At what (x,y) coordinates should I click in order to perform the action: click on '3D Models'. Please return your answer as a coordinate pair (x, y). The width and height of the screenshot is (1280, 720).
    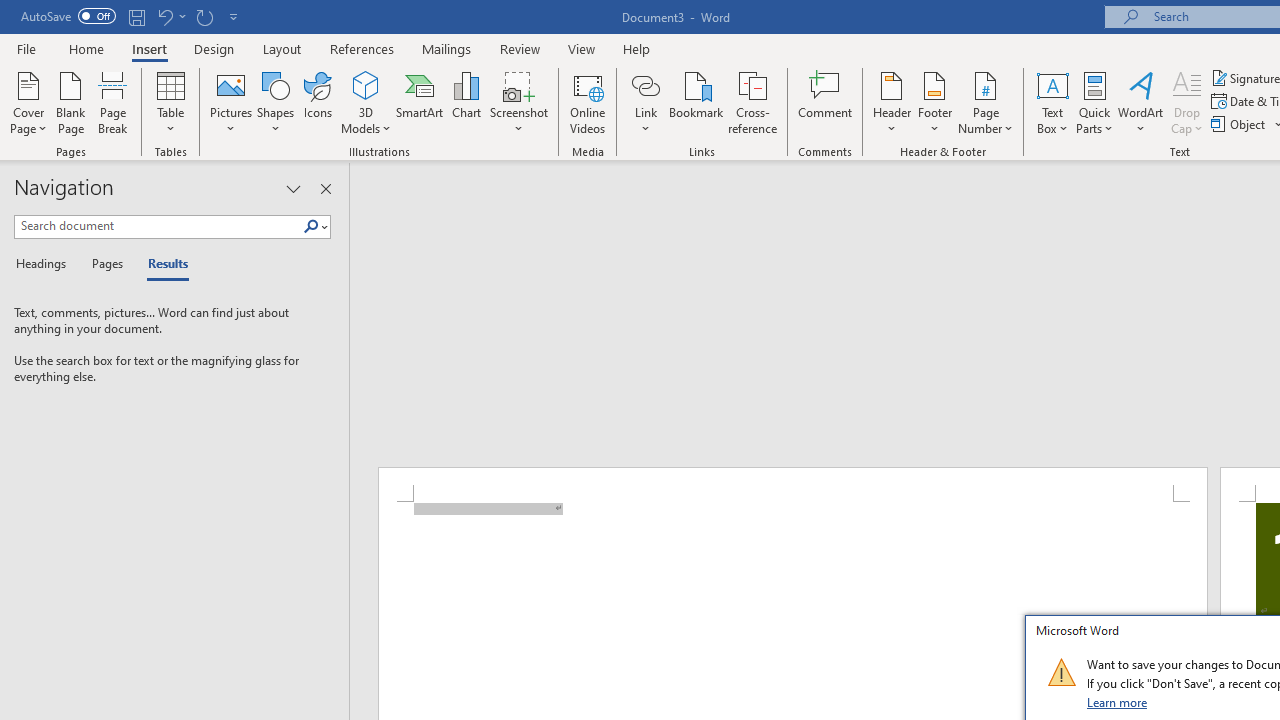
    Looking at the image, I should click on (366, 103).